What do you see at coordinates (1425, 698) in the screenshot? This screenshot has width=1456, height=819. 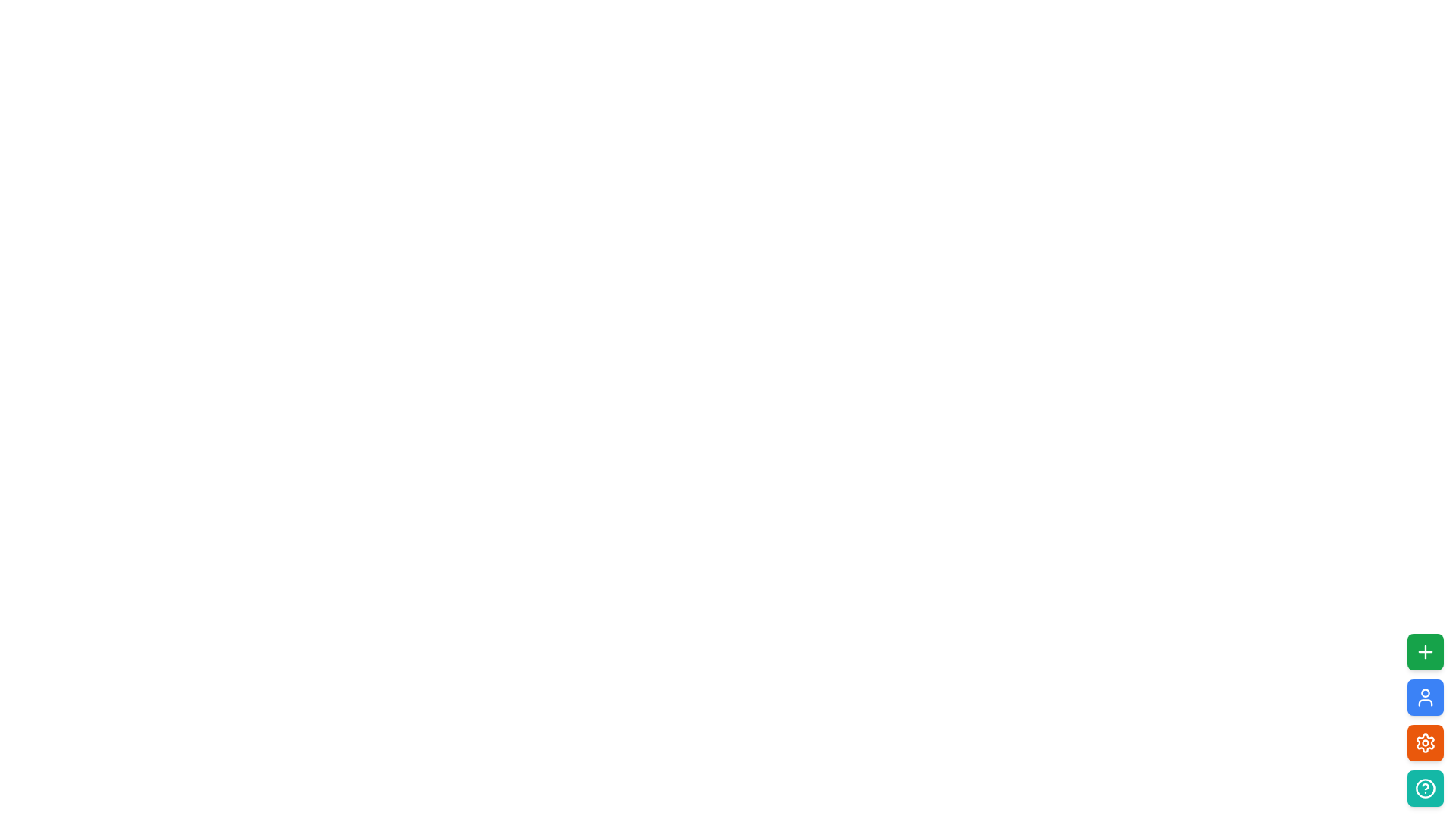 I see `the user profile icon button, which is a white outline of a person within a circular border on a blue square background` at bounding box center [1425, 698].